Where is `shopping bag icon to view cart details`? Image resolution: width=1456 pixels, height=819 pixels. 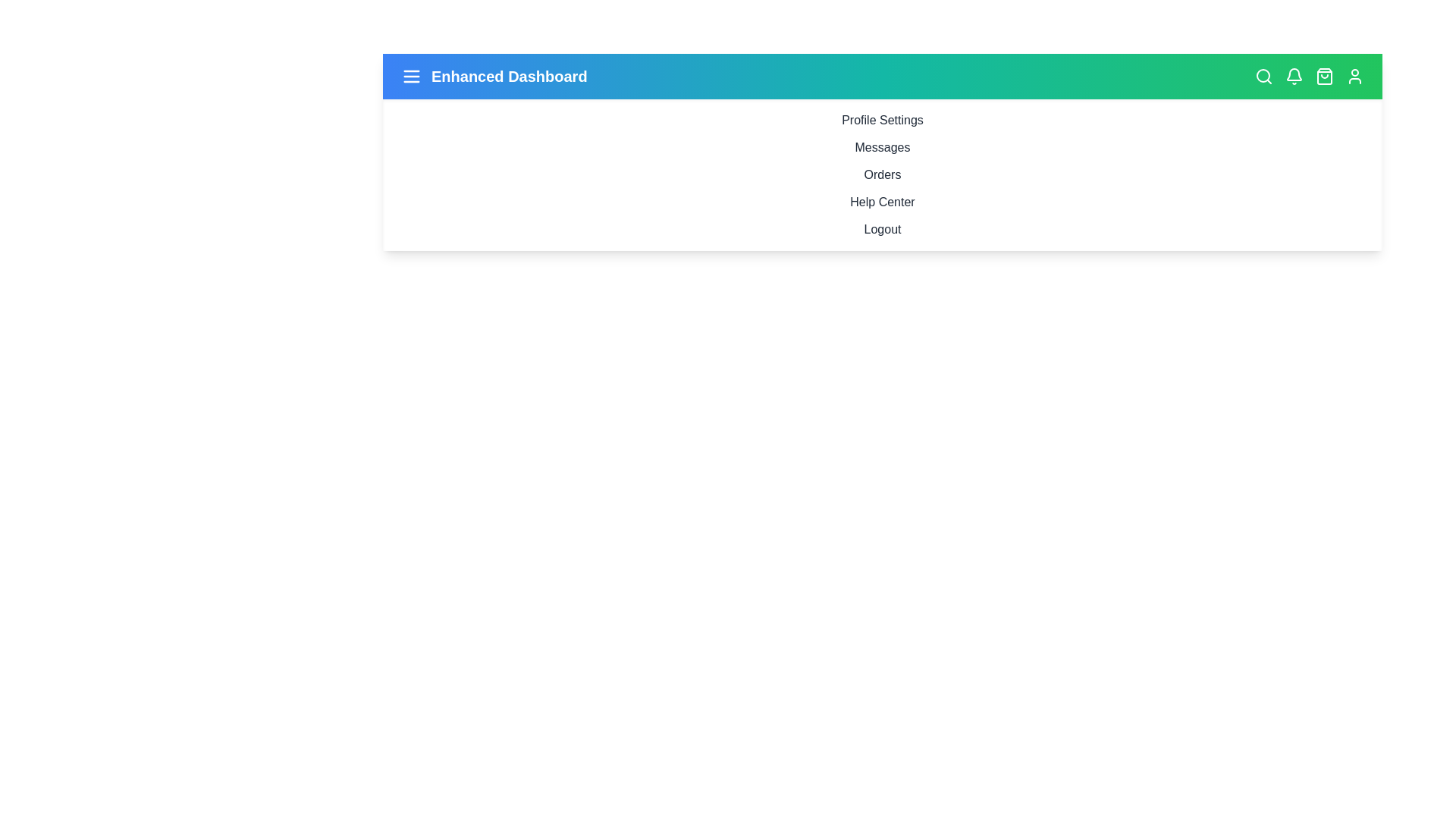 shopping bag icon to view cart details is located at coordinates (1324, 76).